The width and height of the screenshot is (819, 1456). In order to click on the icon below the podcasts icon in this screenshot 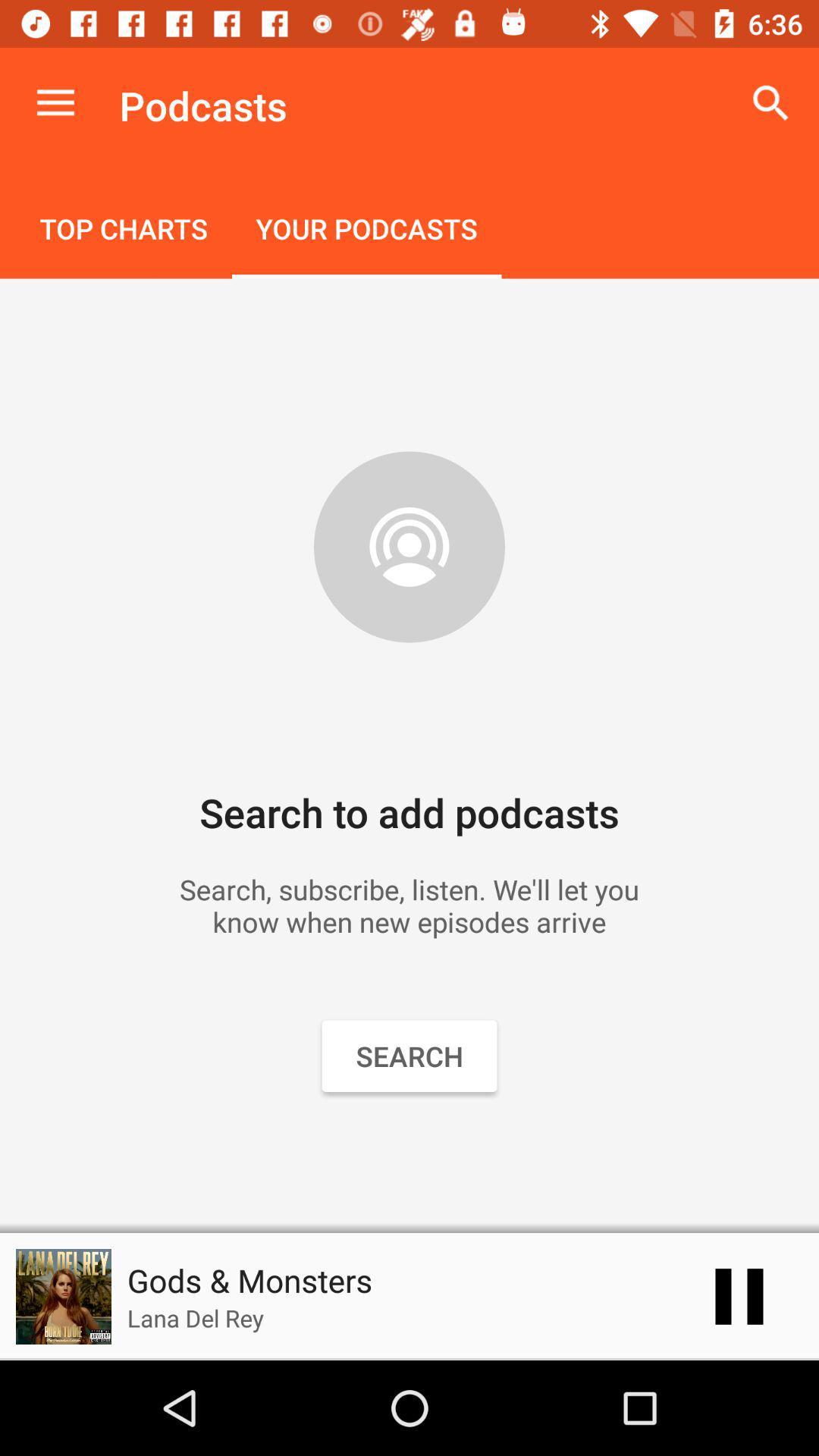, I will do `click(366, 230)`.